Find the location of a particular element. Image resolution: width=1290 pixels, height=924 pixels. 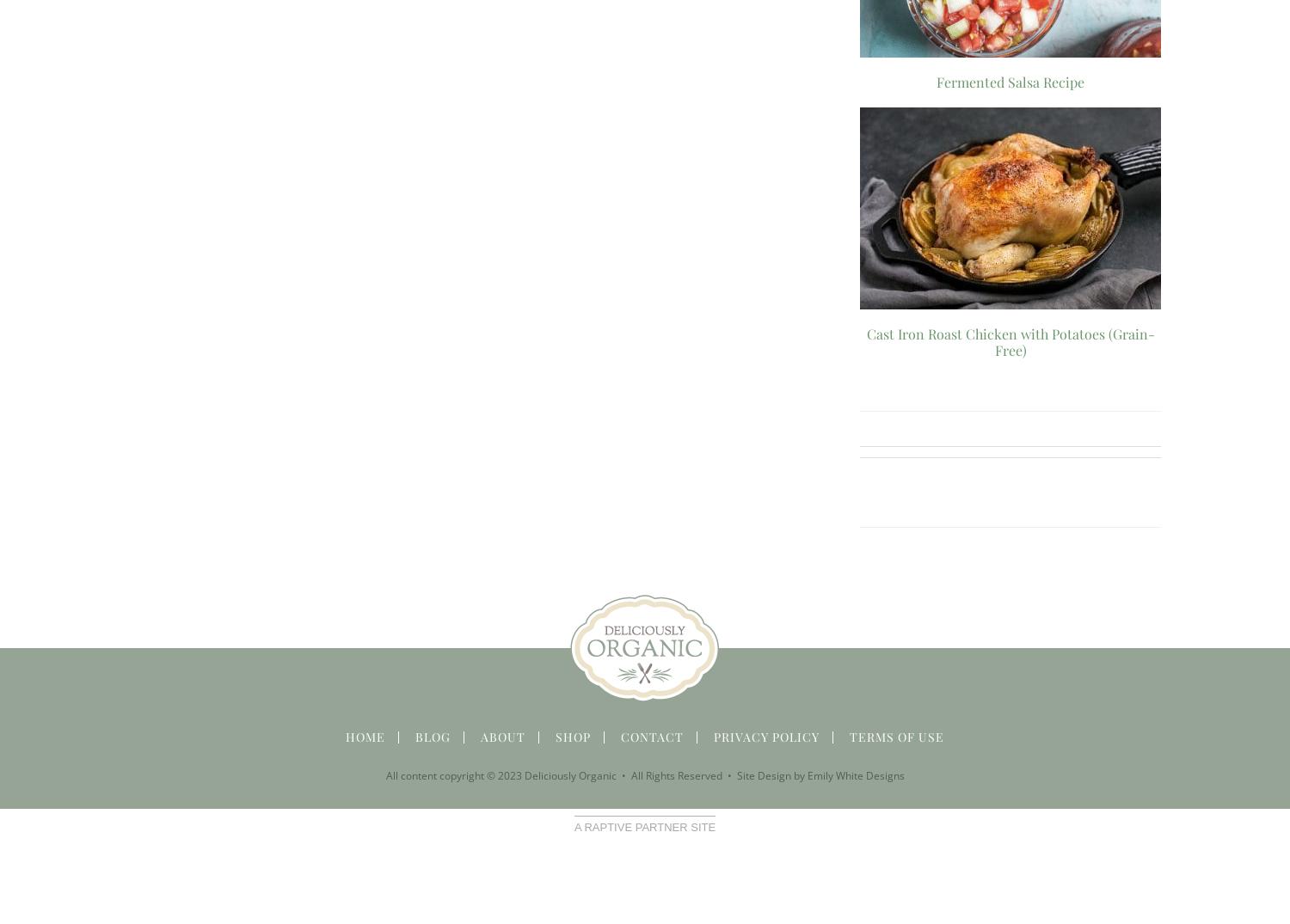

'Emily White Designs' is located at coordinates (806, 774).